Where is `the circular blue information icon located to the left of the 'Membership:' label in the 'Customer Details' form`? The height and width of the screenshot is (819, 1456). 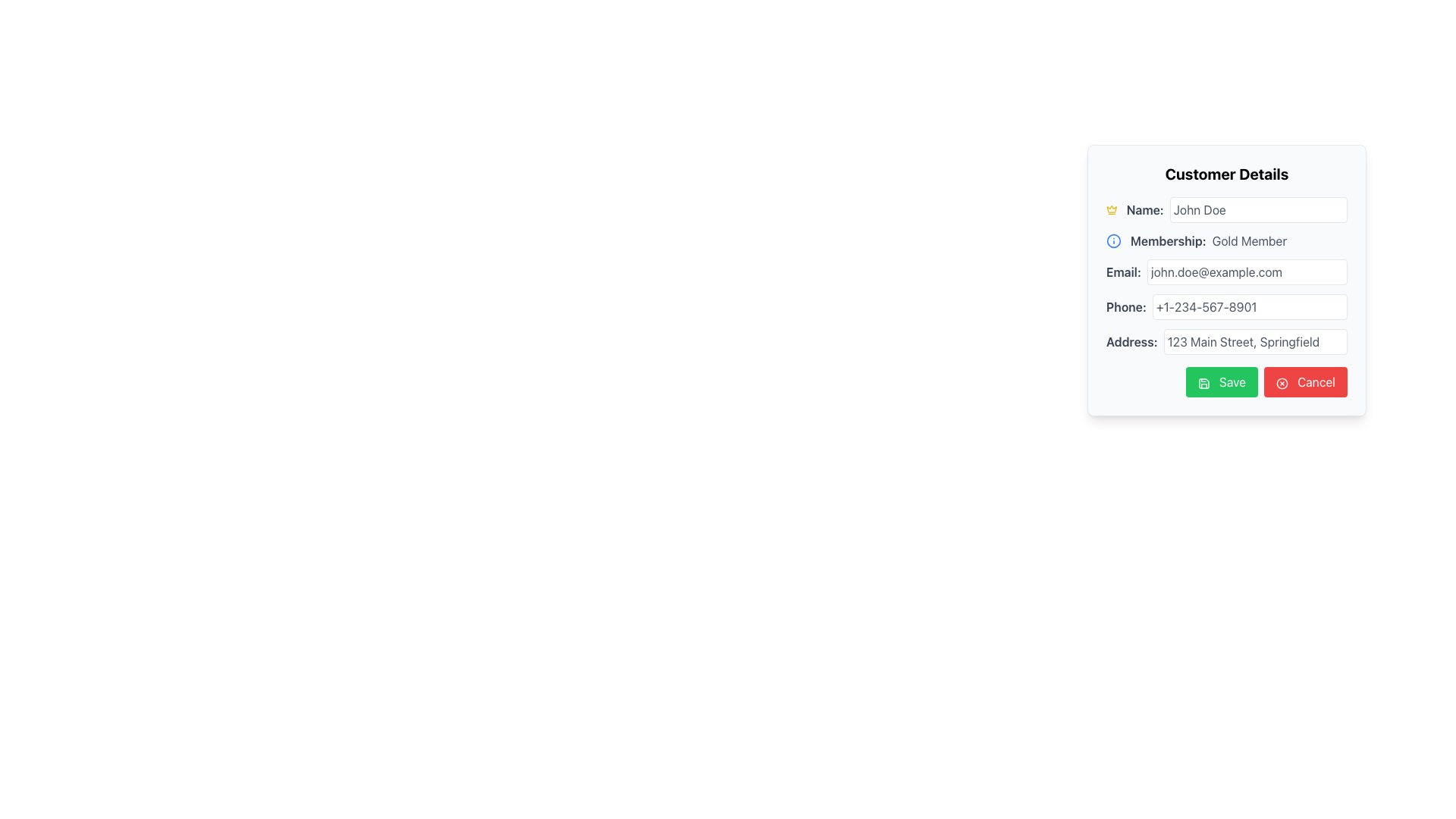
the circular blue information icon located to the left of the 'Membership:' label in the 'Customer Details' form is located at coordinates (1113, 240).